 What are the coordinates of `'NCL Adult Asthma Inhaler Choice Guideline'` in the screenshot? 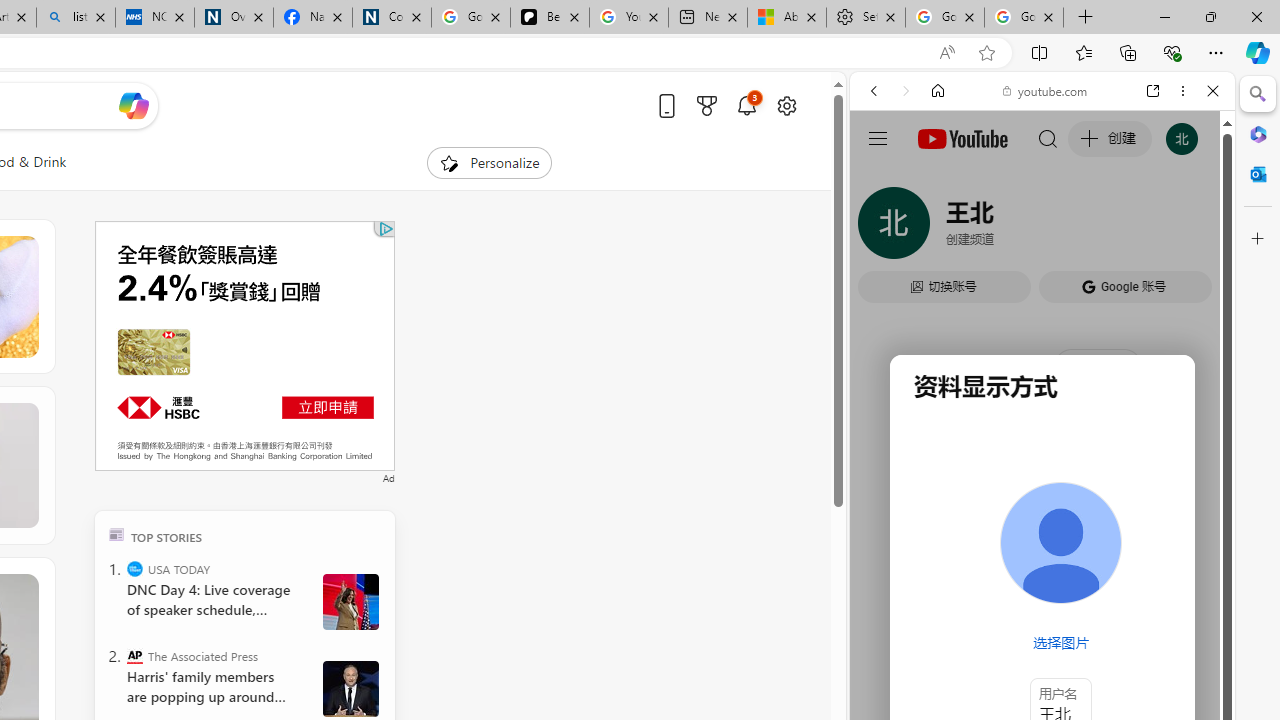 It's located at (154, 17).